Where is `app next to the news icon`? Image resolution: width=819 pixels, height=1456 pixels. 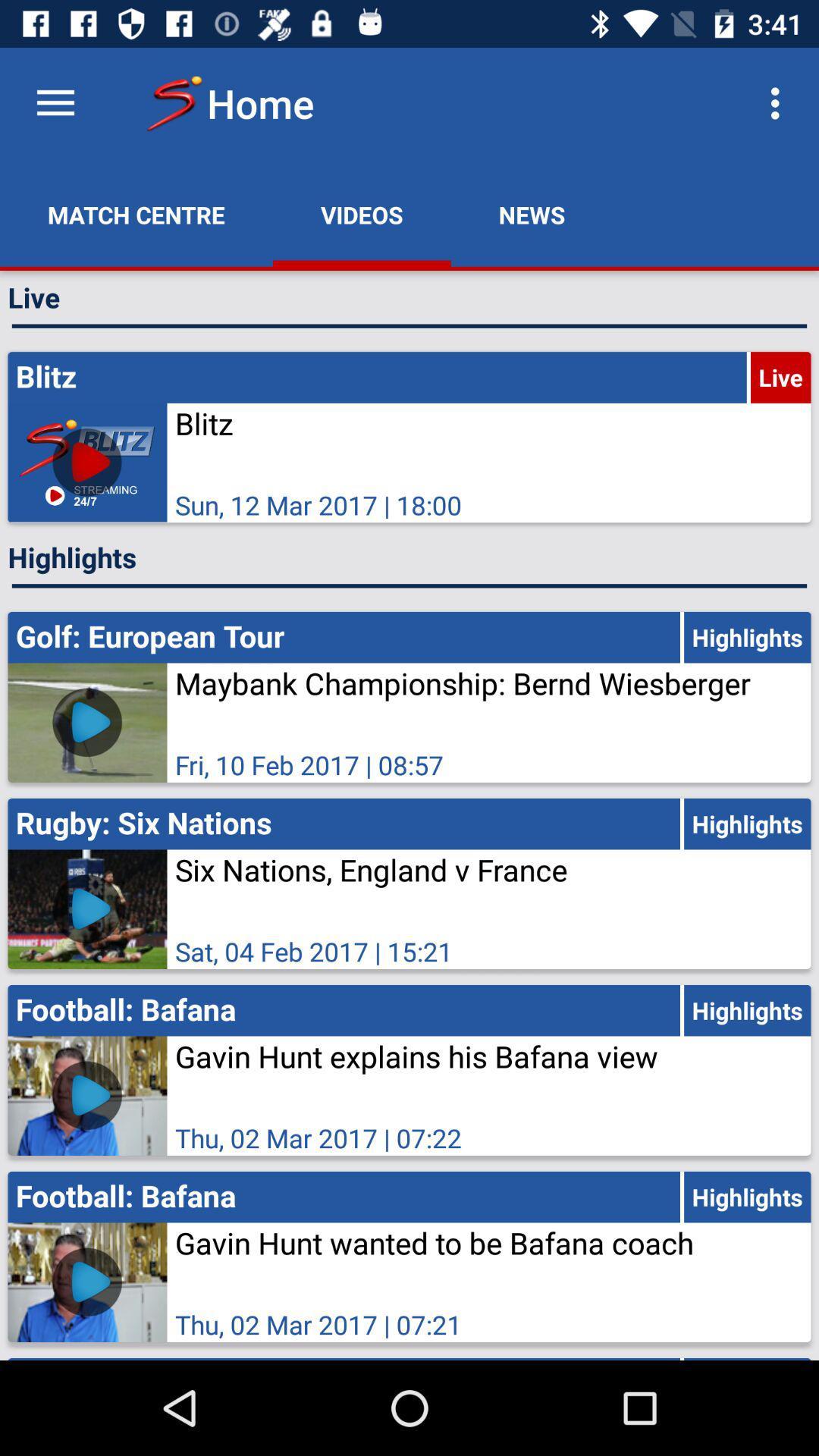 app next to the news icon is located at coordinates (362, 214).